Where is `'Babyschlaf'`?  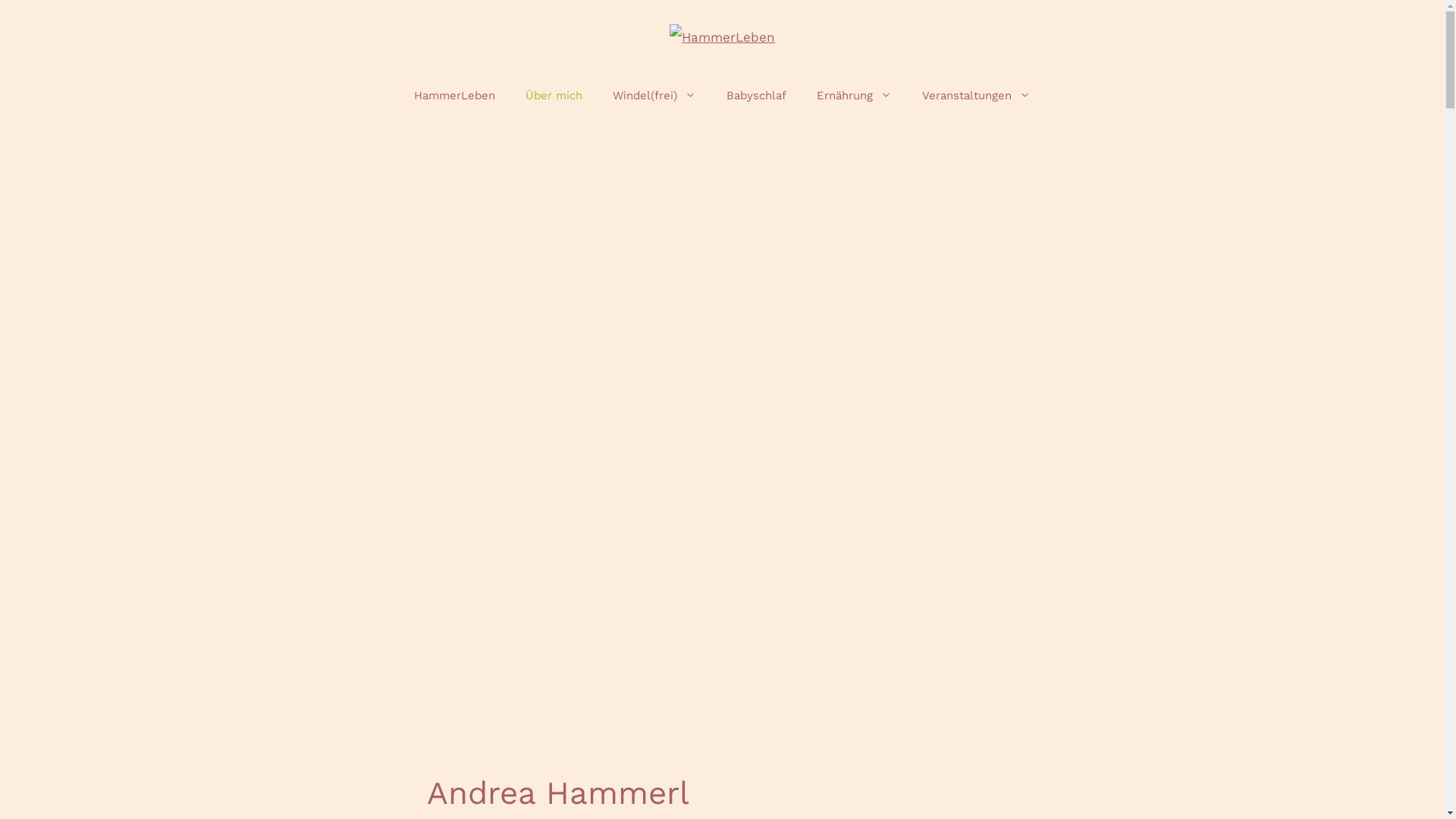 'Babyschlaf' is located at coordinates (756, 96).